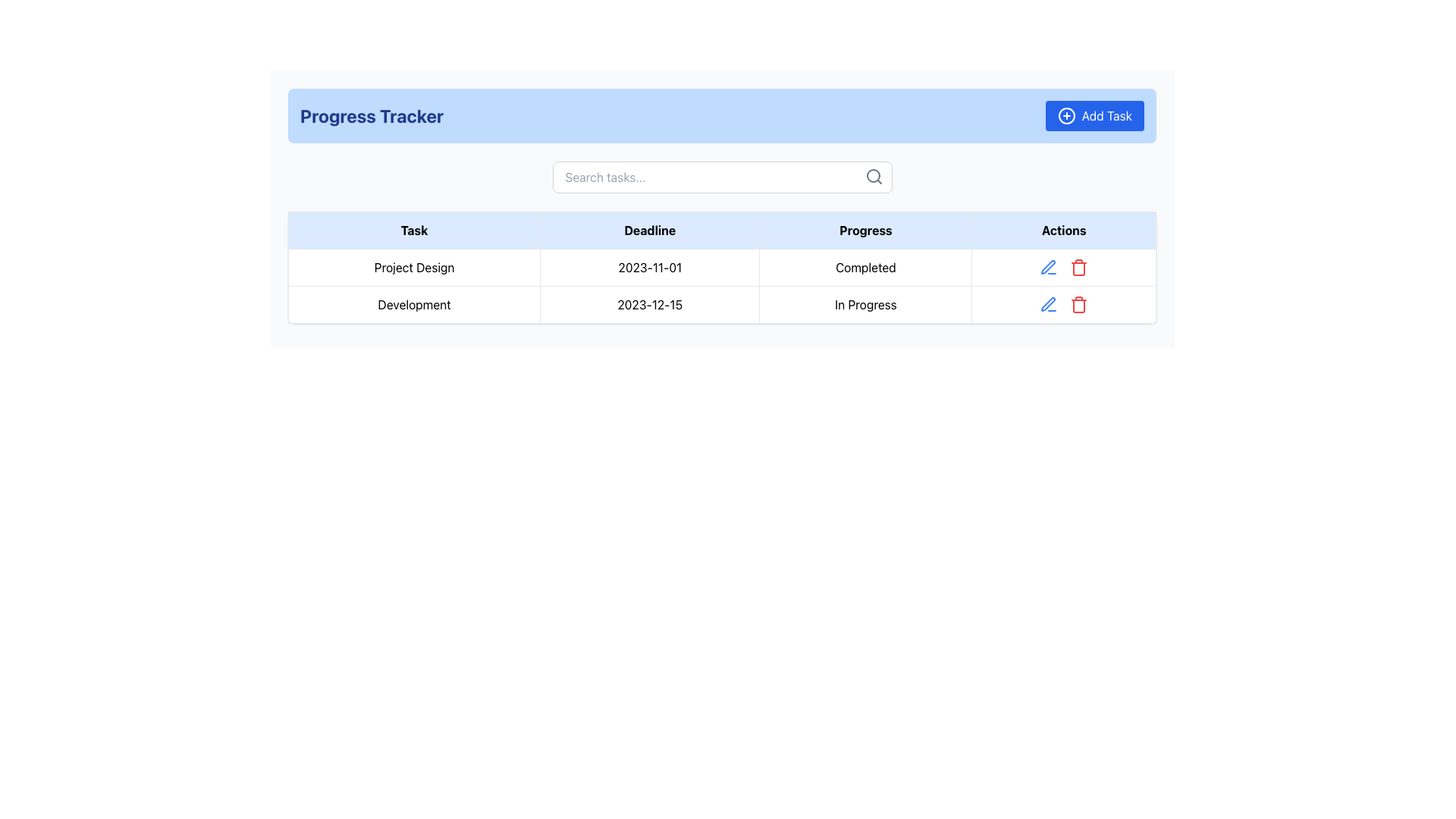 This screenshot has height=819, width=1456. Describe the element at coordinates (1047, 266) in the screenshot. I see `the edit pen icon located in the 'Actions' column of the second row in the table corresponding to the task 'Development'` at that location.